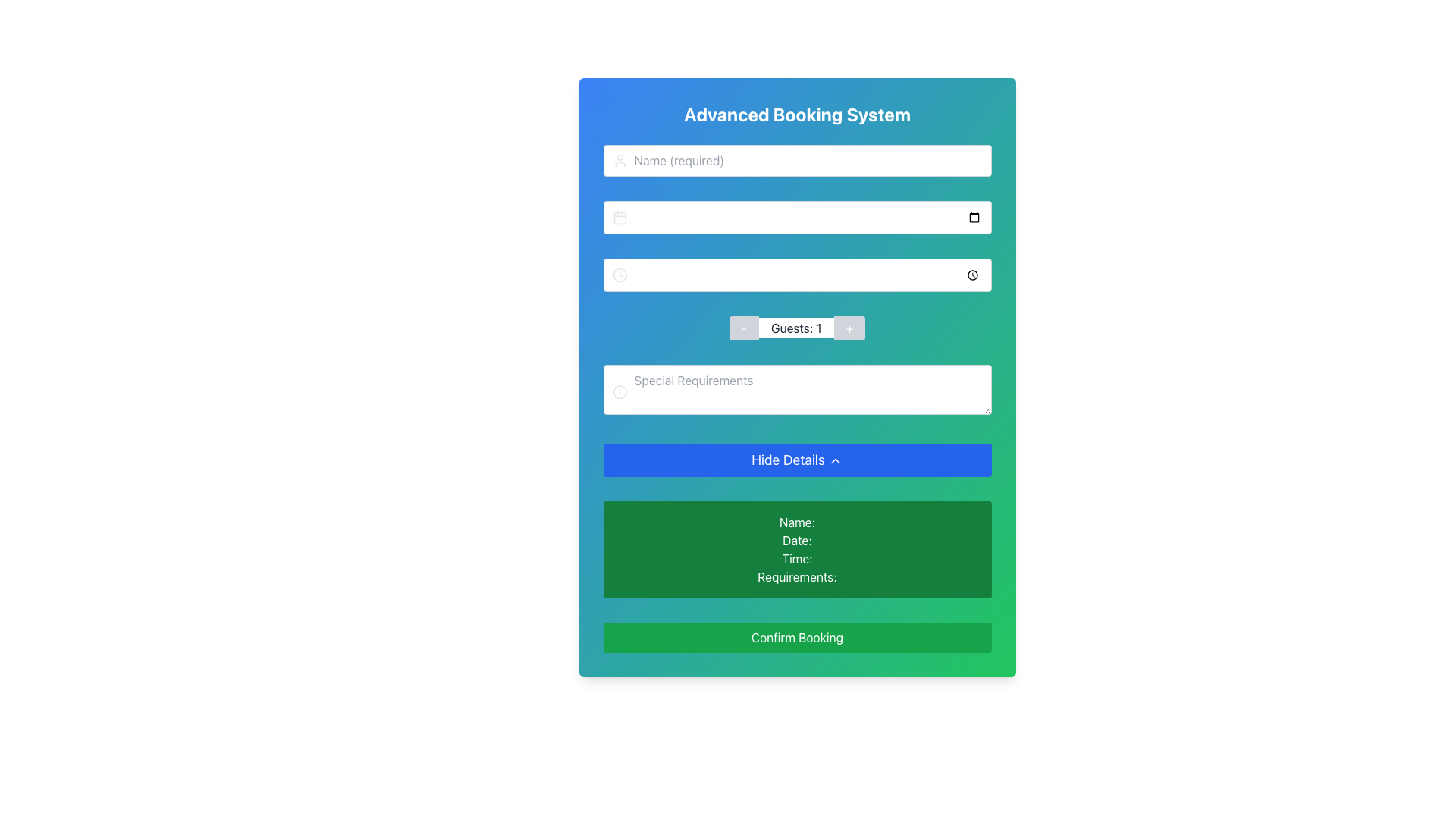 The image size is (1456, 819). What do you see at coordinates (796, 522) in the screenshot?
I see `the 'Name:' text label, which is the first label in a vertical list of similar labels, displayed in white sans-serif font on a dark green background` at bounding box center [796, 522].